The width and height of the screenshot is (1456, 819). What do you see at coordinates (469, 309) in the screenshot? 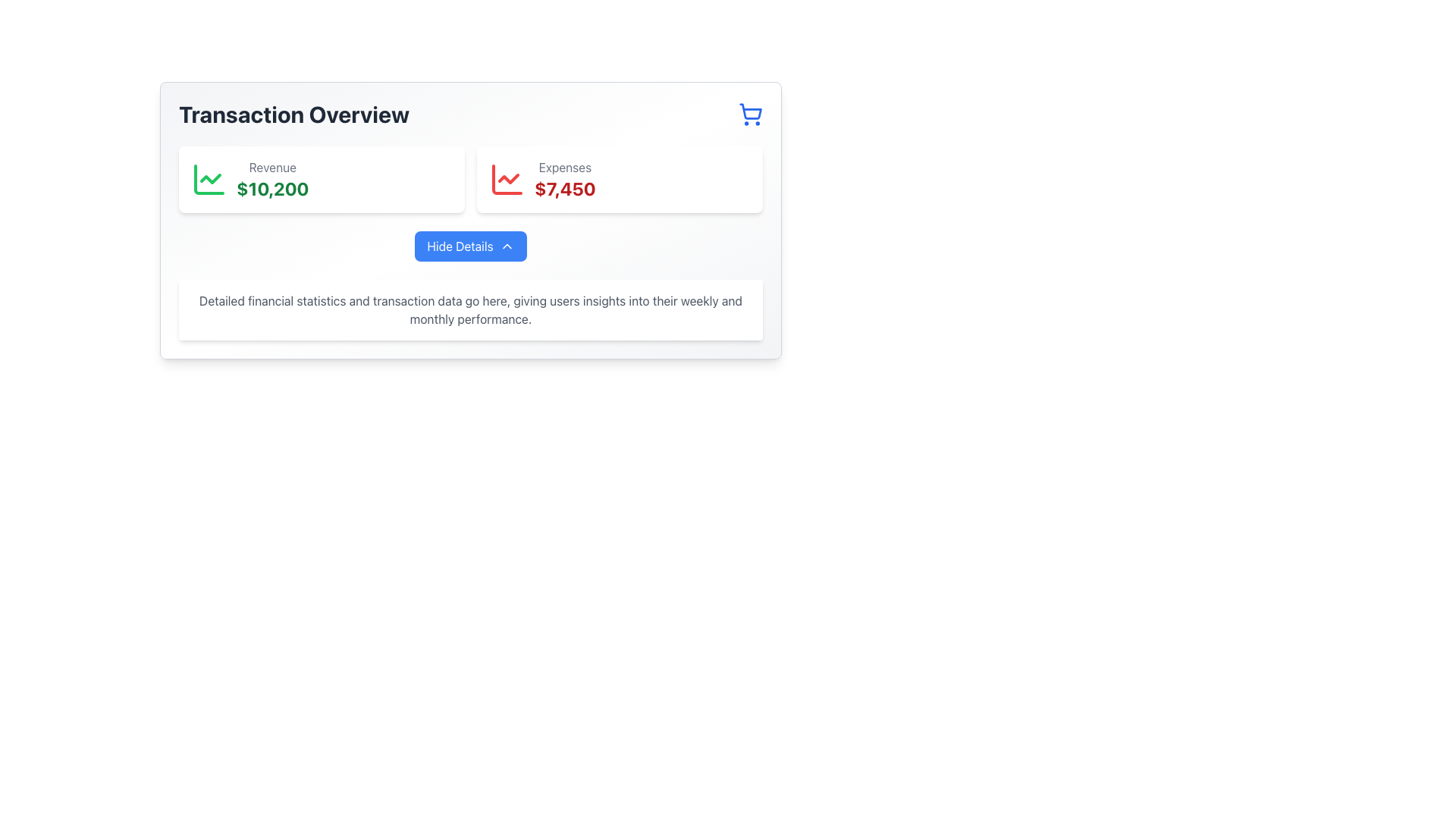
I see `the Text Block providing descriptive information about financial statistics and data, located below the 'Hide Details' button and aligned centrally in the interface` at bounding box center [469, 309].